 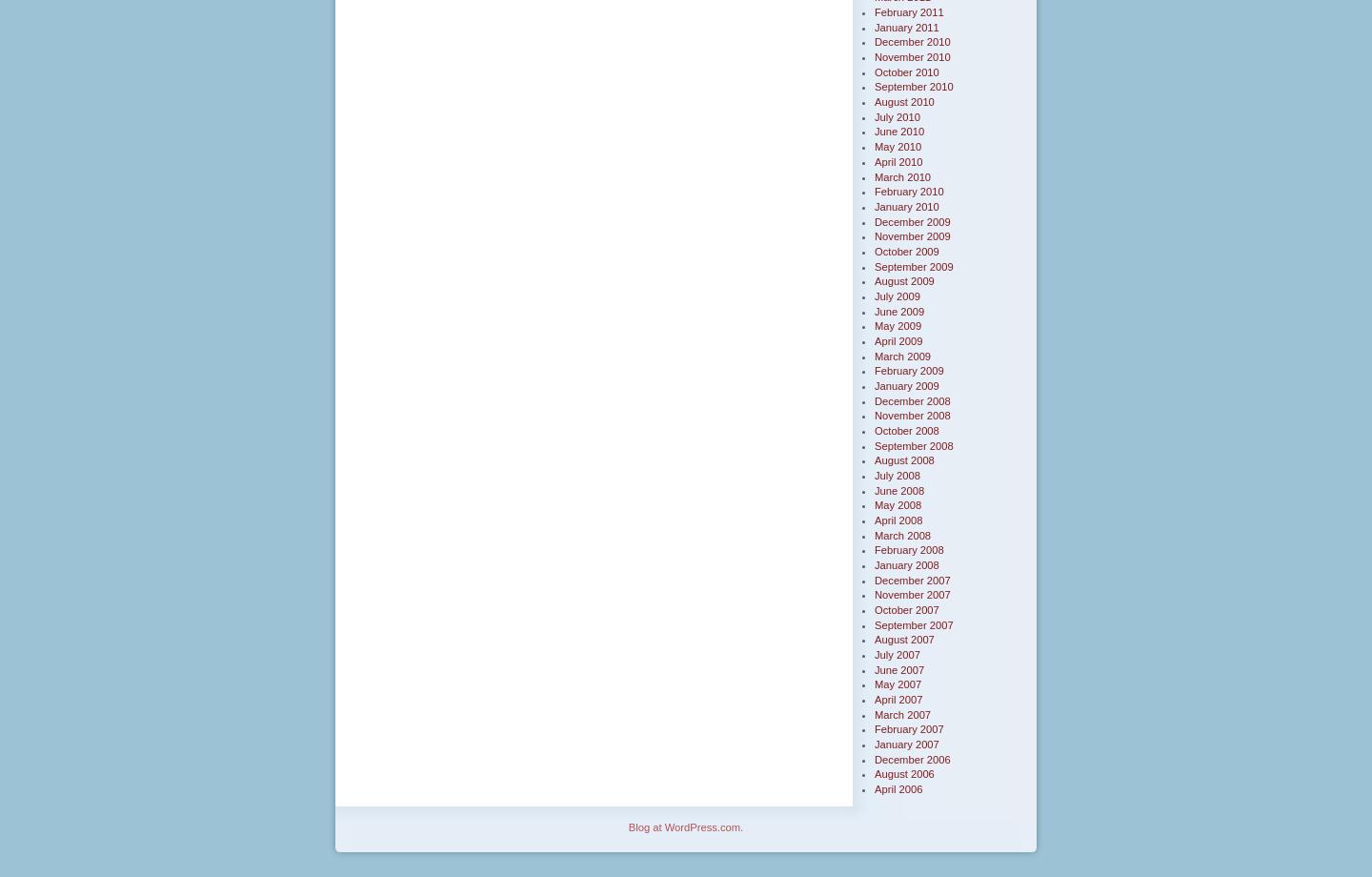 I want to click on 'September 2008', so click(x=914, y=444).